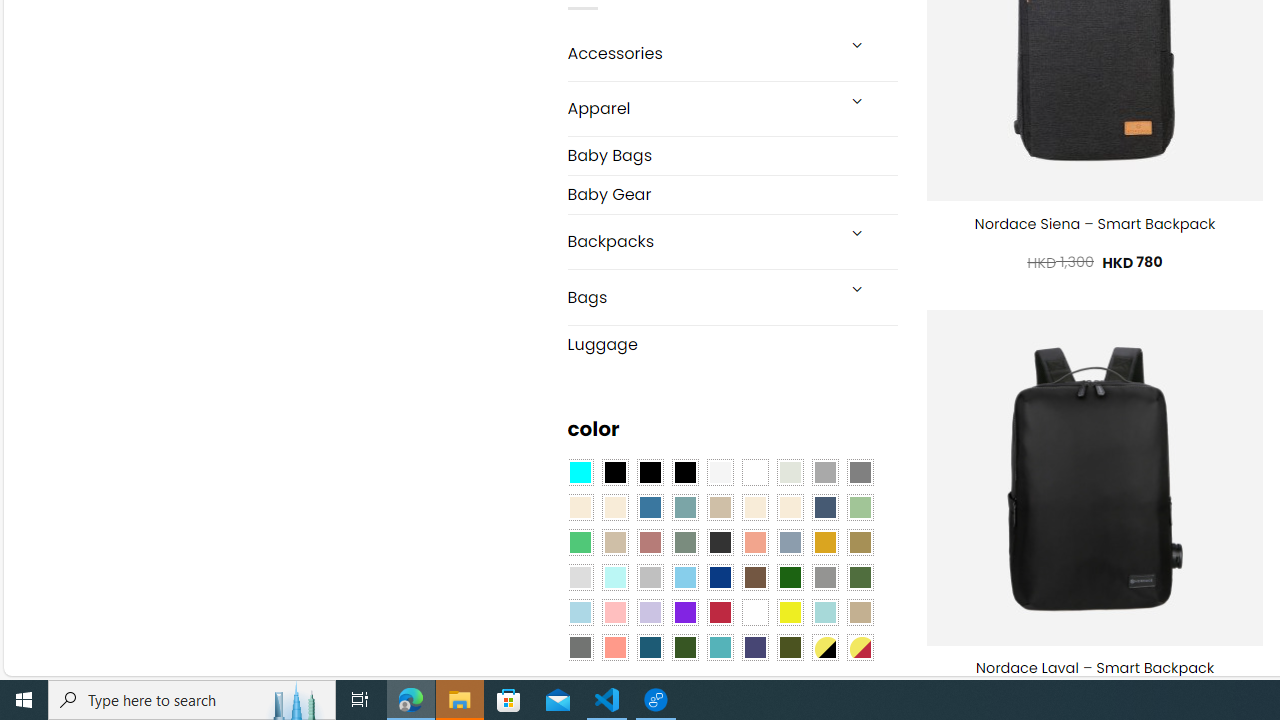 The image size is (1280, 720). I want to click on 'Pearly White', so click(720, 473).